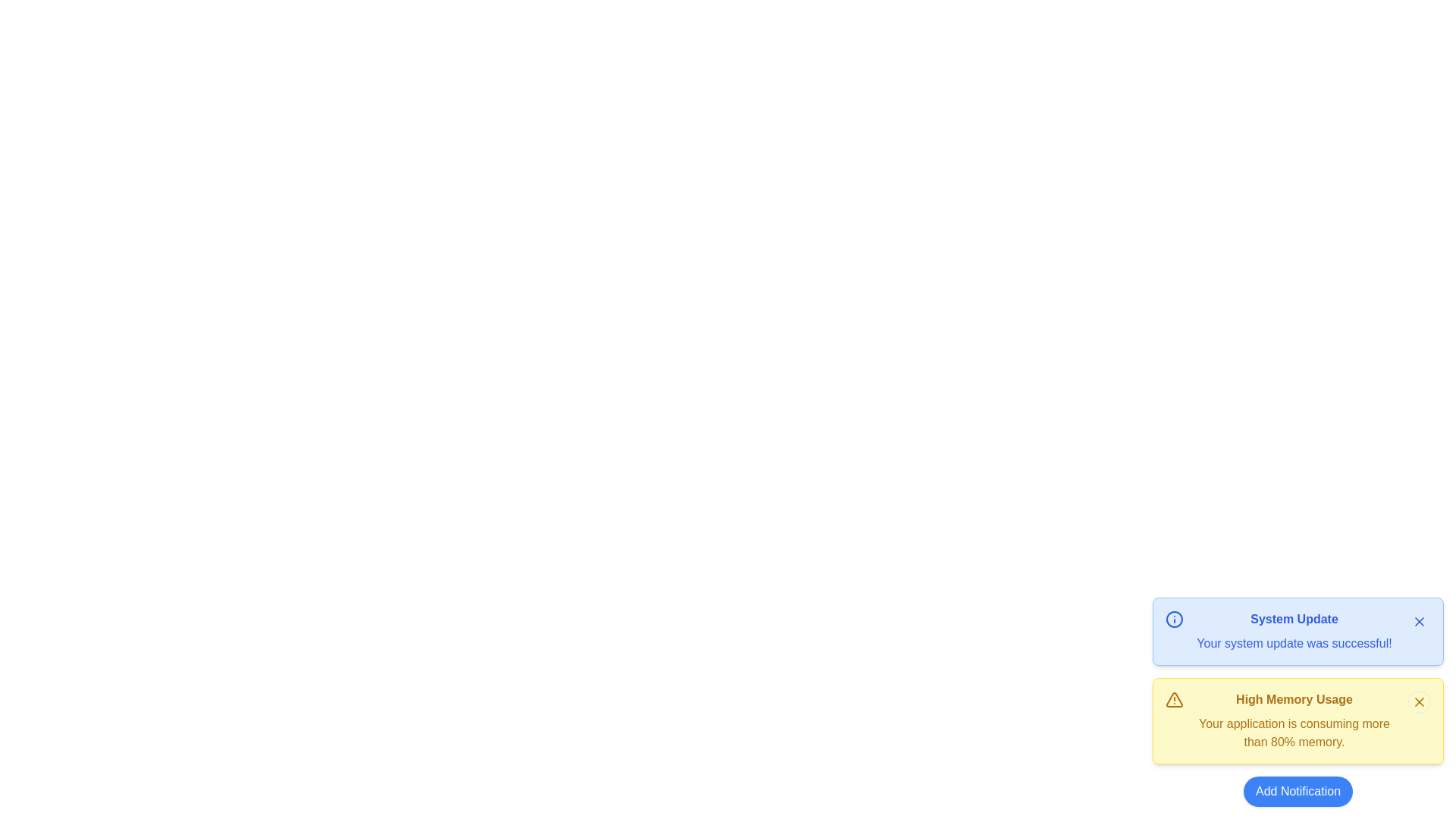 This screenshot has height=819, width=1456. What do you see at coordinates (1419, 701) in the screenshot?
I see `the Close button (X icon) located at the top right corner of the yellow notification box that states 'High Memory Usage'` at bounding box center [1419, 701].